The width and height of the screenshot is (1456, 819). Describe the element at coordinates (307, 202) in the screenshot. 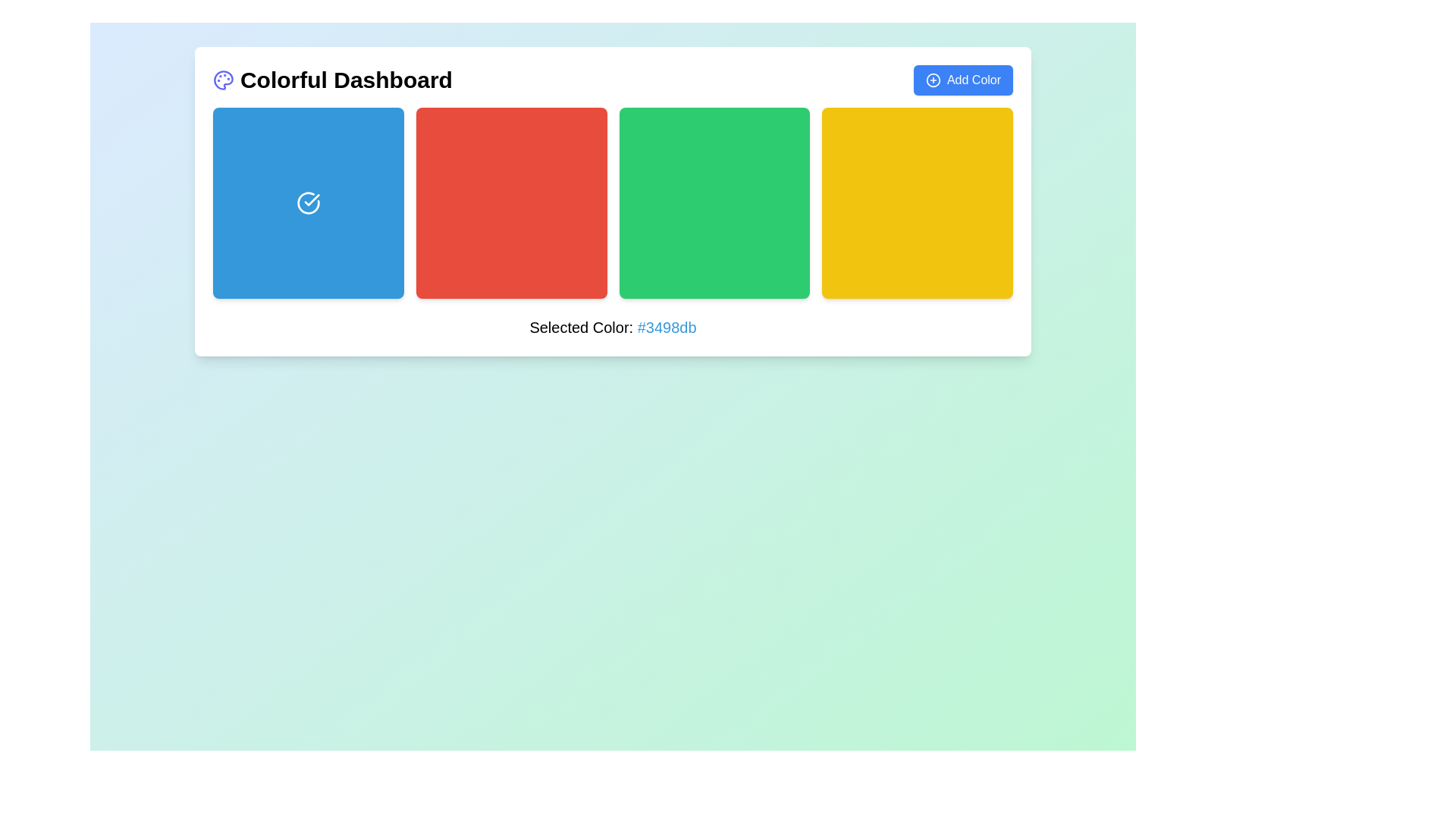

I see `the blue-colored selection icon located within the first colored rectangle of the color selection interface to confirm your choice` at that location.